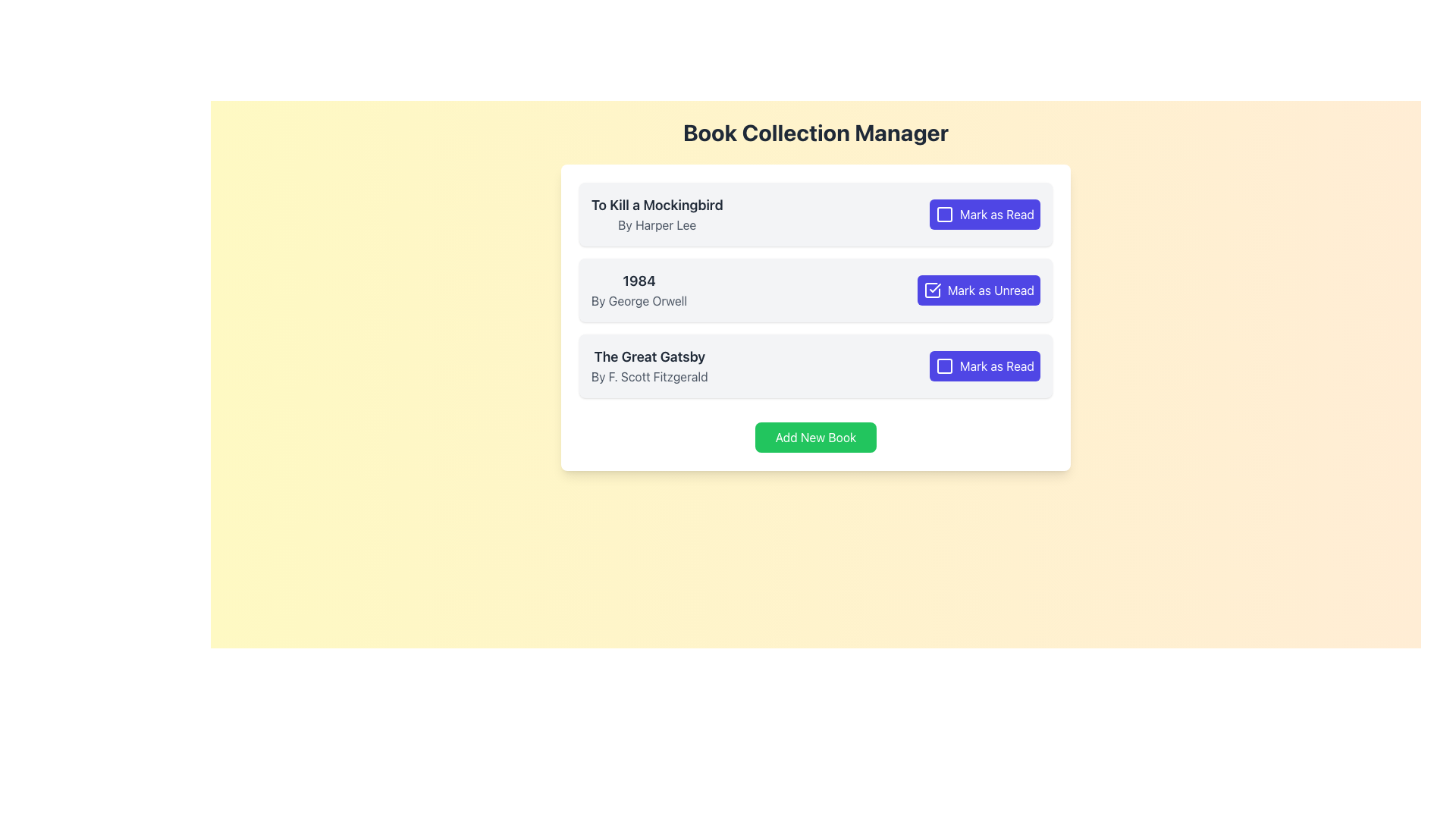 The width and height of the screenshot is (1456, 819). What do you see at coordinates (984, 214) in the screenshot?
I see `the 'Mark as Read' button with a bold indigo background and white text` at bounding box center [984, 214].